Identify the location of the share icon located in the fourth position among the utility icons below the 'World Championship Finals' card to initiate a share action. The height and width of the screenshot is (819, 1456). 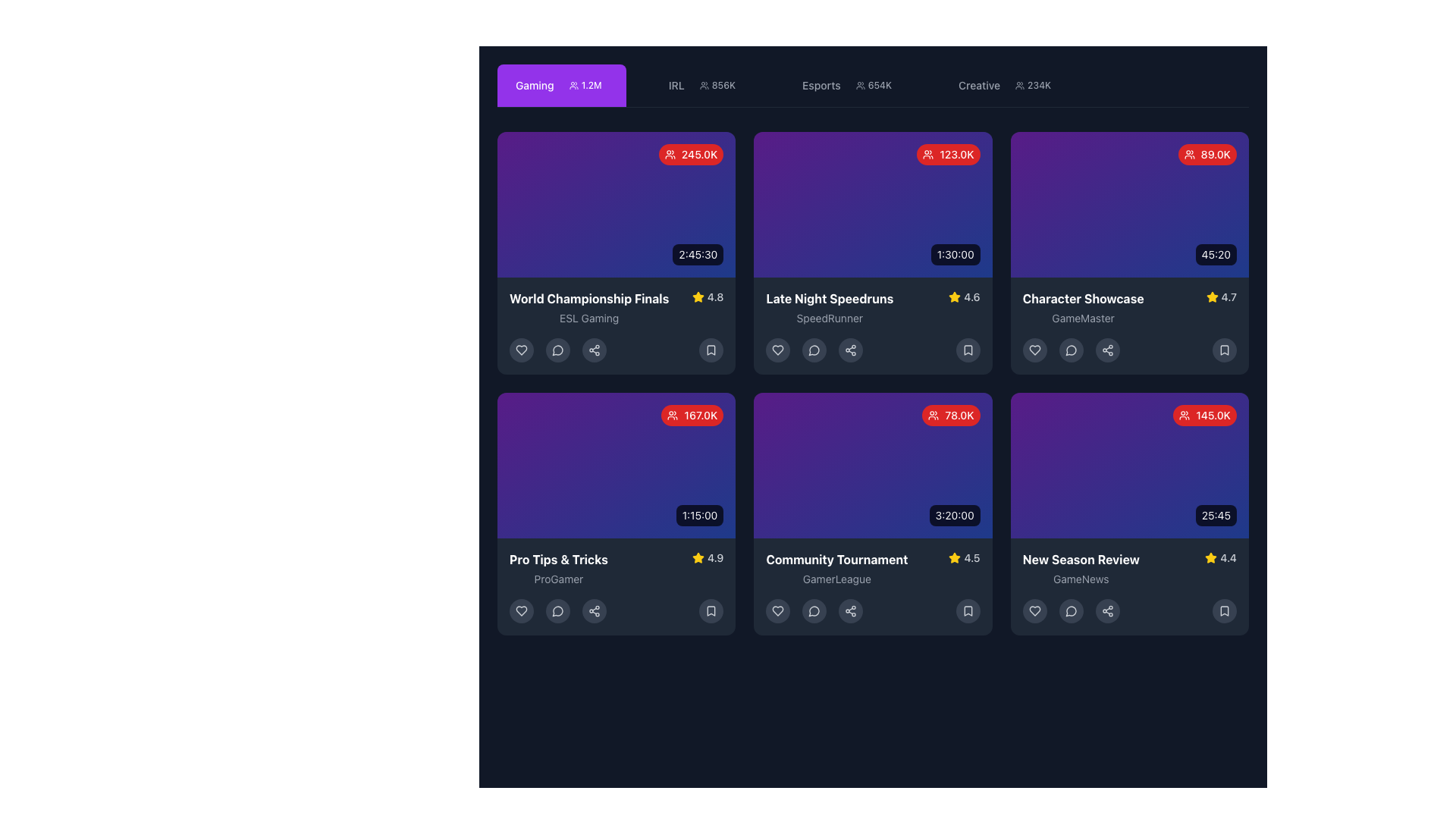
(593, 350).